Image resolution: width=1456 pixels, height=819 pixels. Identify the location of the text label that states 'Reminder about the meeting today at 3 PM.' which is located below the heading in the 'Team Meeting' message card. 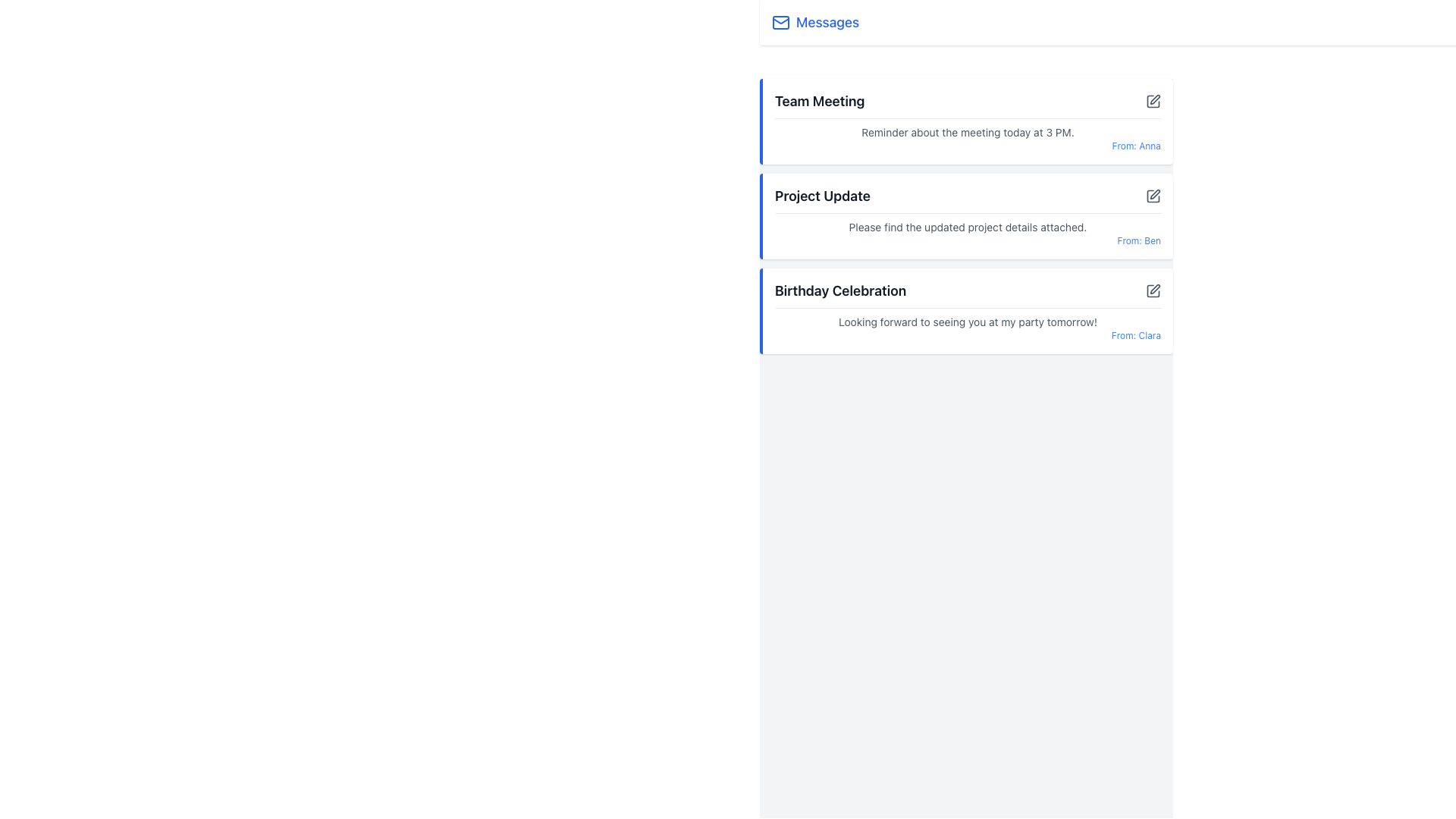
(967, 128).